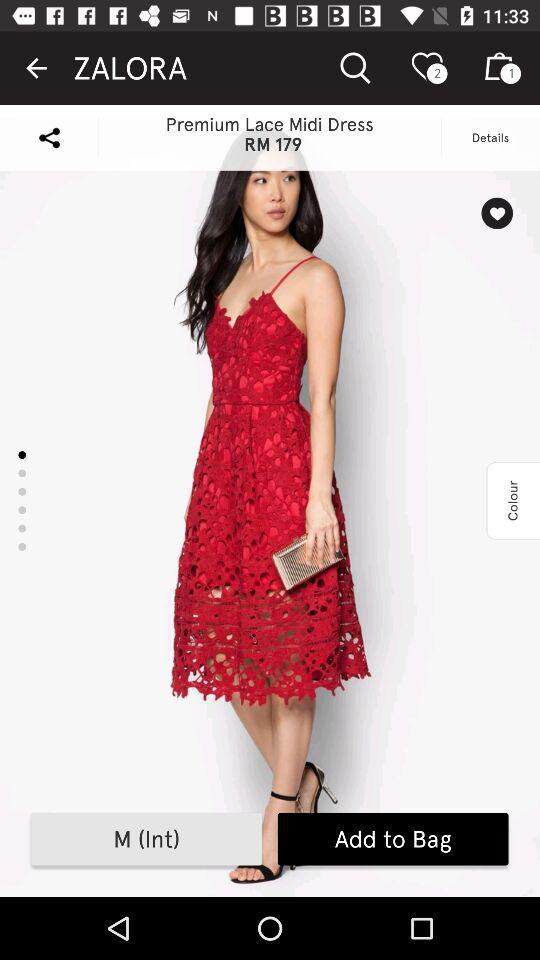 The width and height of the screenshot is (540, 960). I want to click on the item above colour item, so click(496, 213).